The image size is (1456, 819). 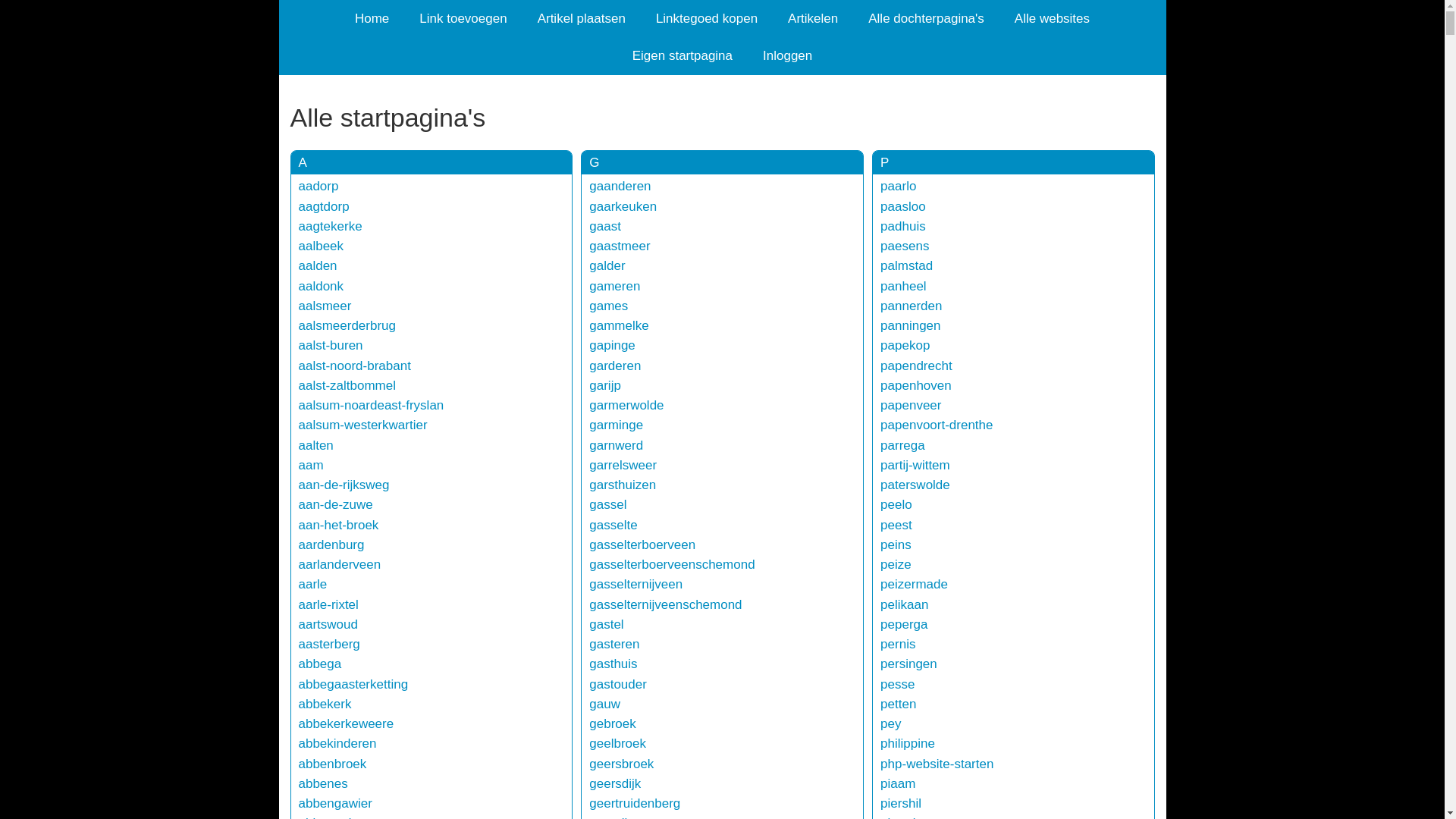 I want to click on 'garijp', so click(x=604, y=384).